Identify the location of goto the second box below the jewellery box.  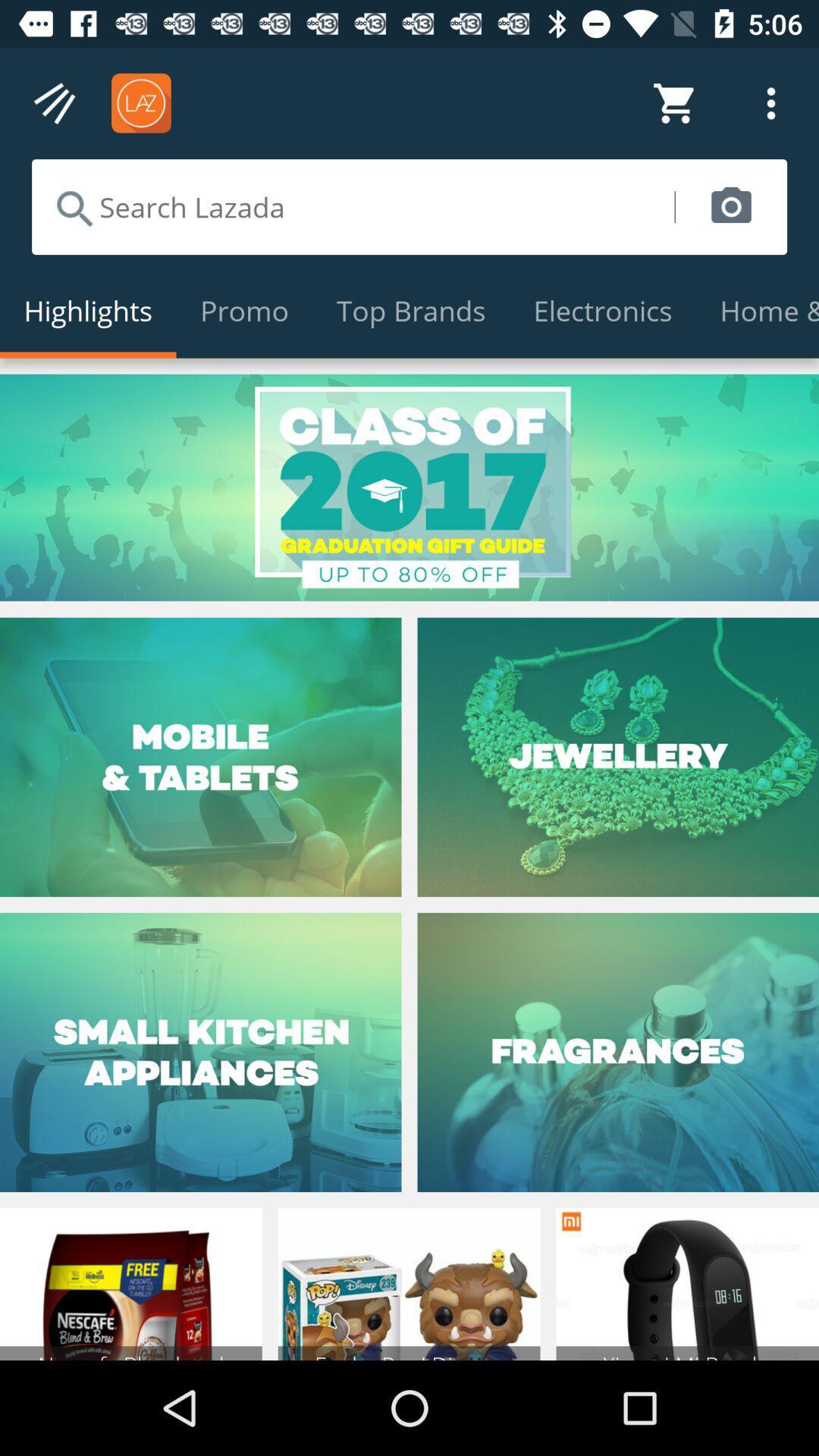
(618, 1051).